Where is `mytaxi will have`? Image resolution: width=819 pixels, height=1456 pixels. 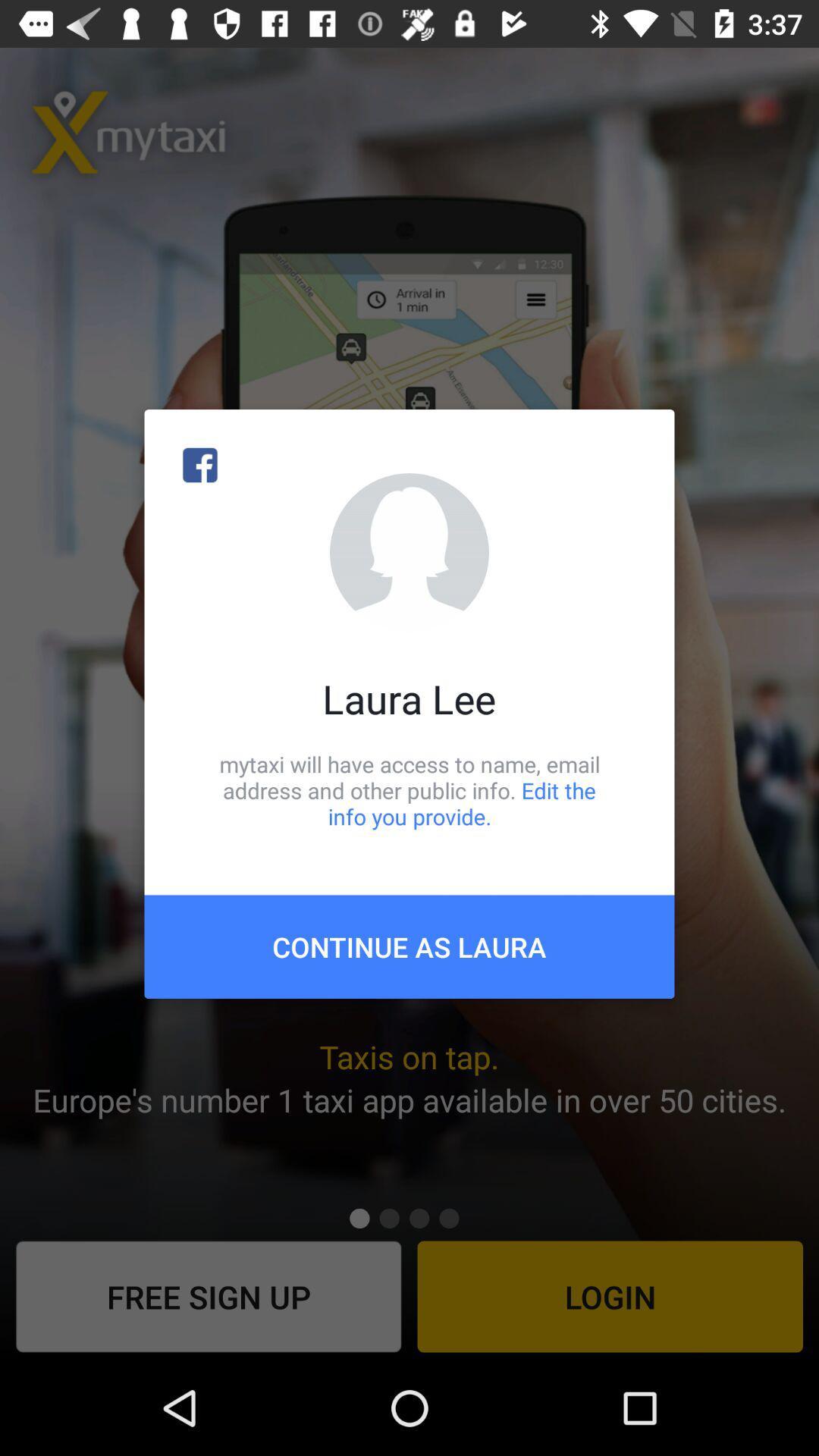 mytaxi will have is located at coordinates (409, 789).